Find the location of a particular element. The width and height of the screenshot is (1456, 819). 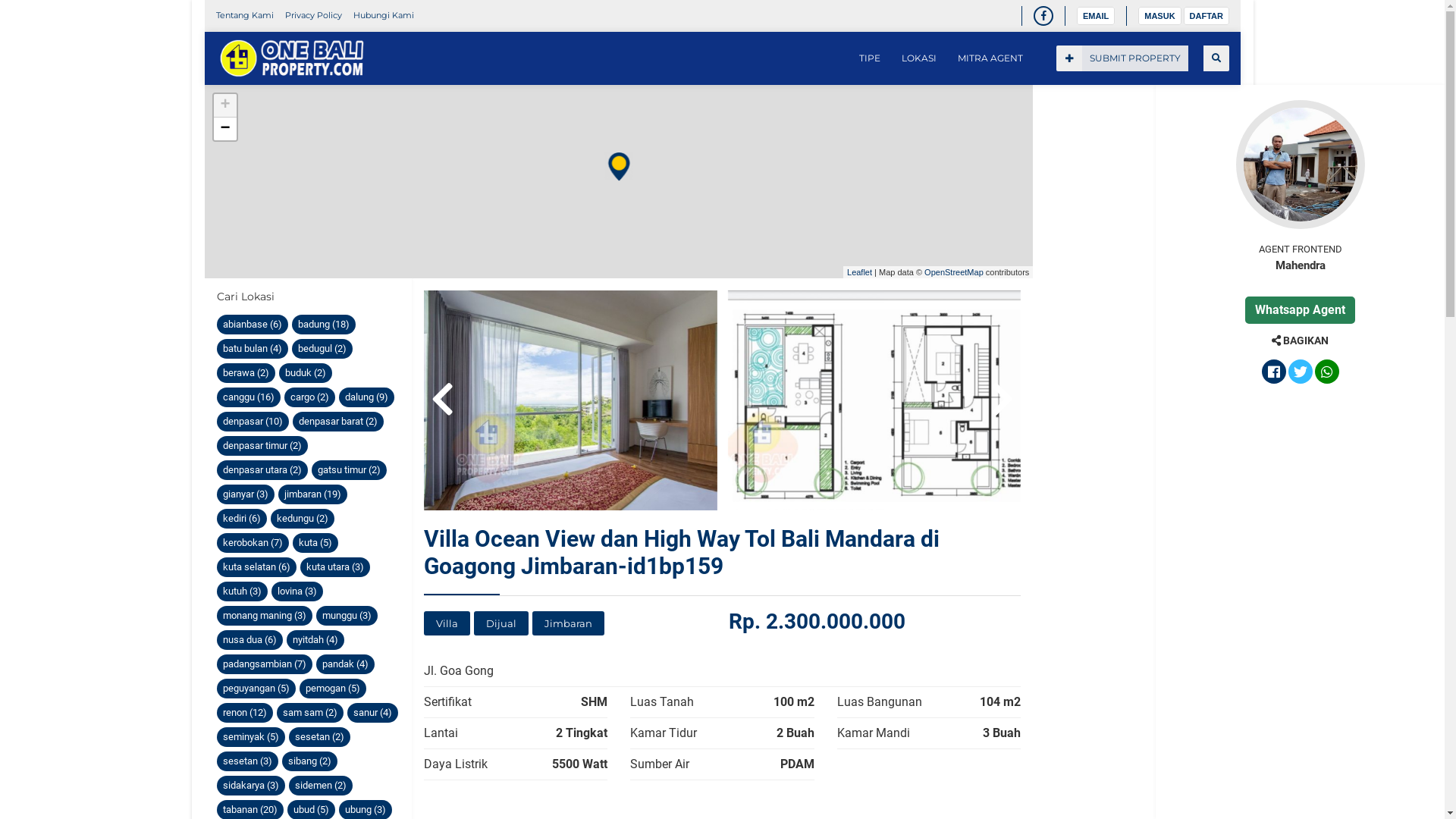

'TIPE' is located at coordinates (869, 58).